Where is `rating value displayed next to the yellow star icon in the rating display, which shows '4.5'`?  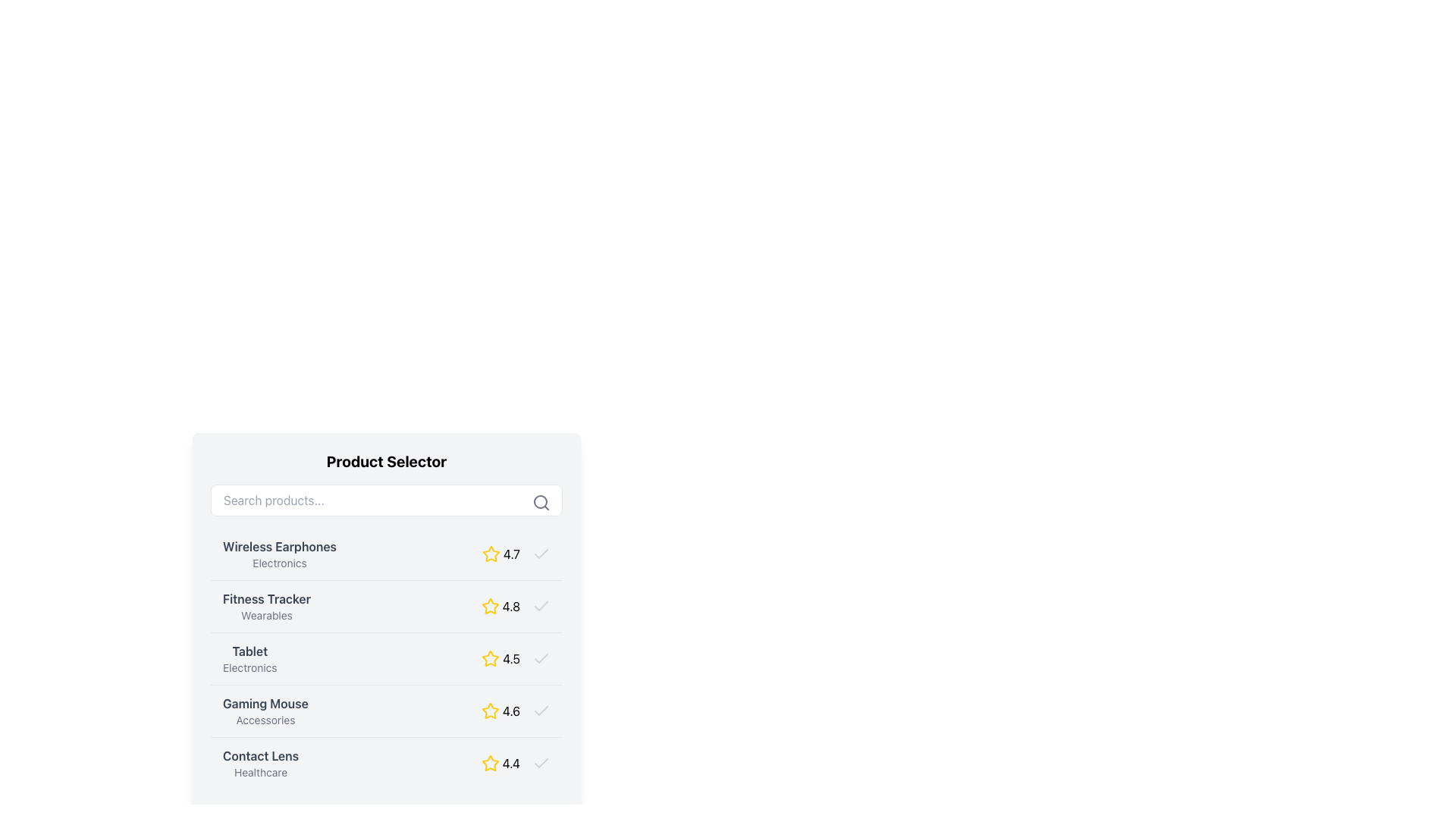
rating value displayed next to the yellow star icon in the rating display, which shows '4.5' is located at coordinates (516, 657).